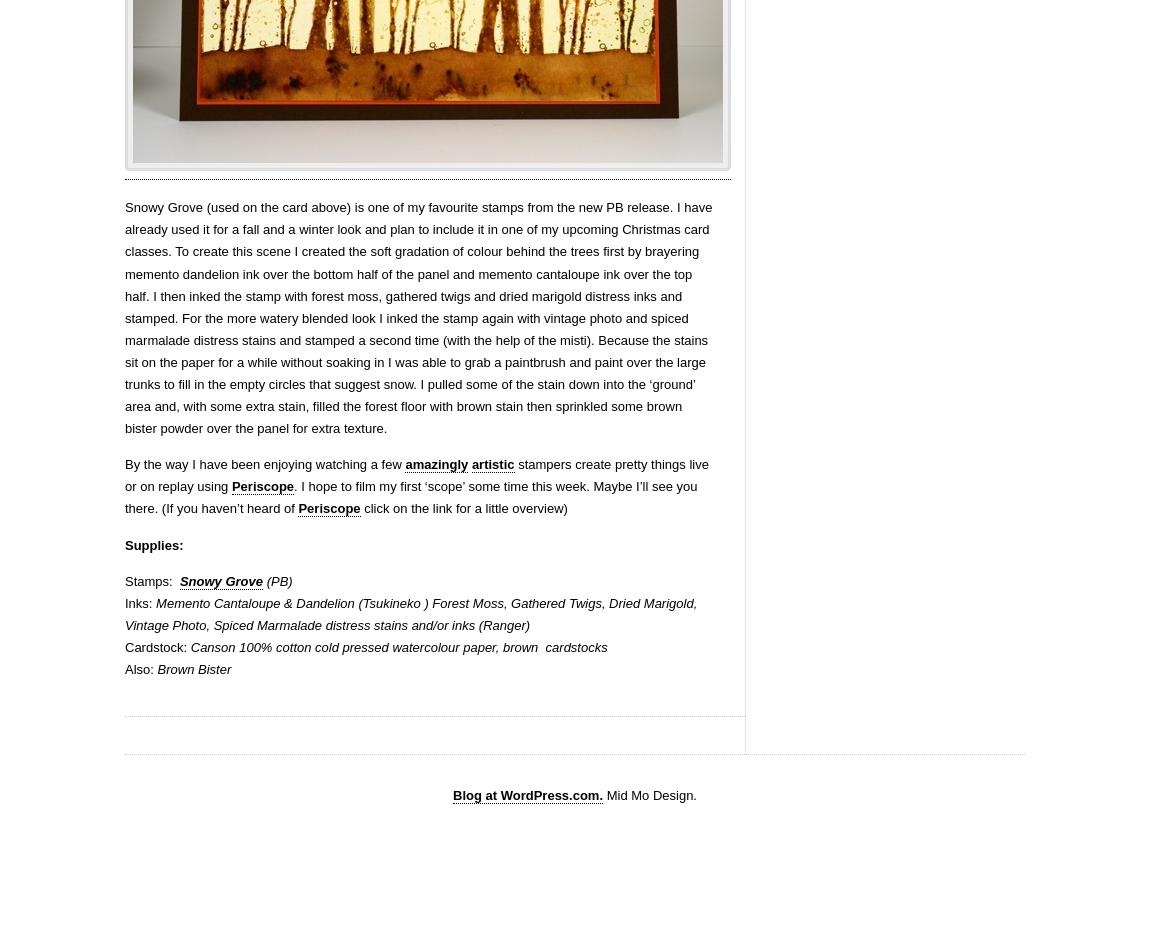  Describe the element at coordinates (210, 645) in the screenshot. I see `'Canson'` at that location.